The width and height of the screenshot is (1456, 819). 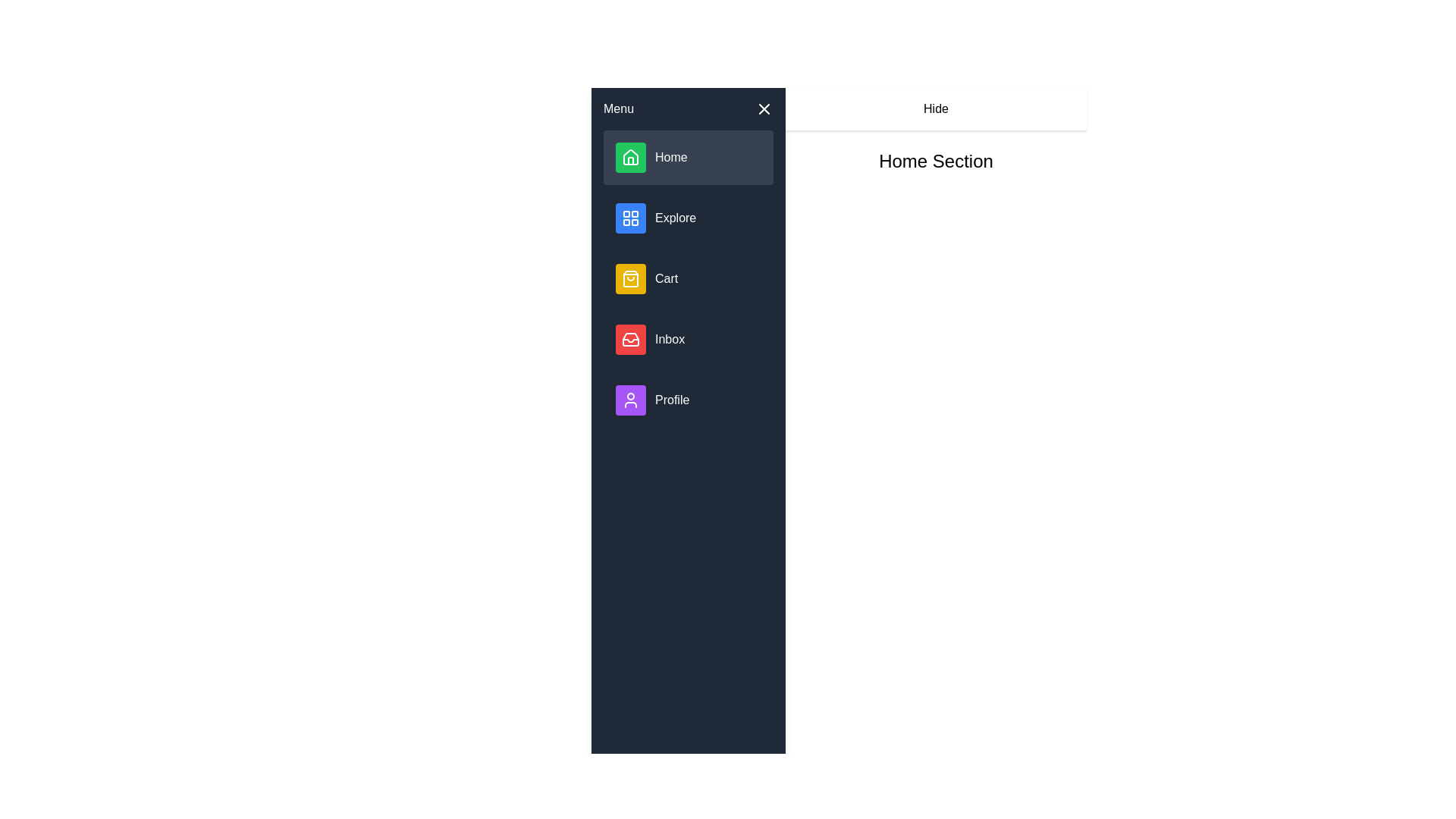 I want to click on the 'Explore' navigation icon located, so click(x=630, y=218).